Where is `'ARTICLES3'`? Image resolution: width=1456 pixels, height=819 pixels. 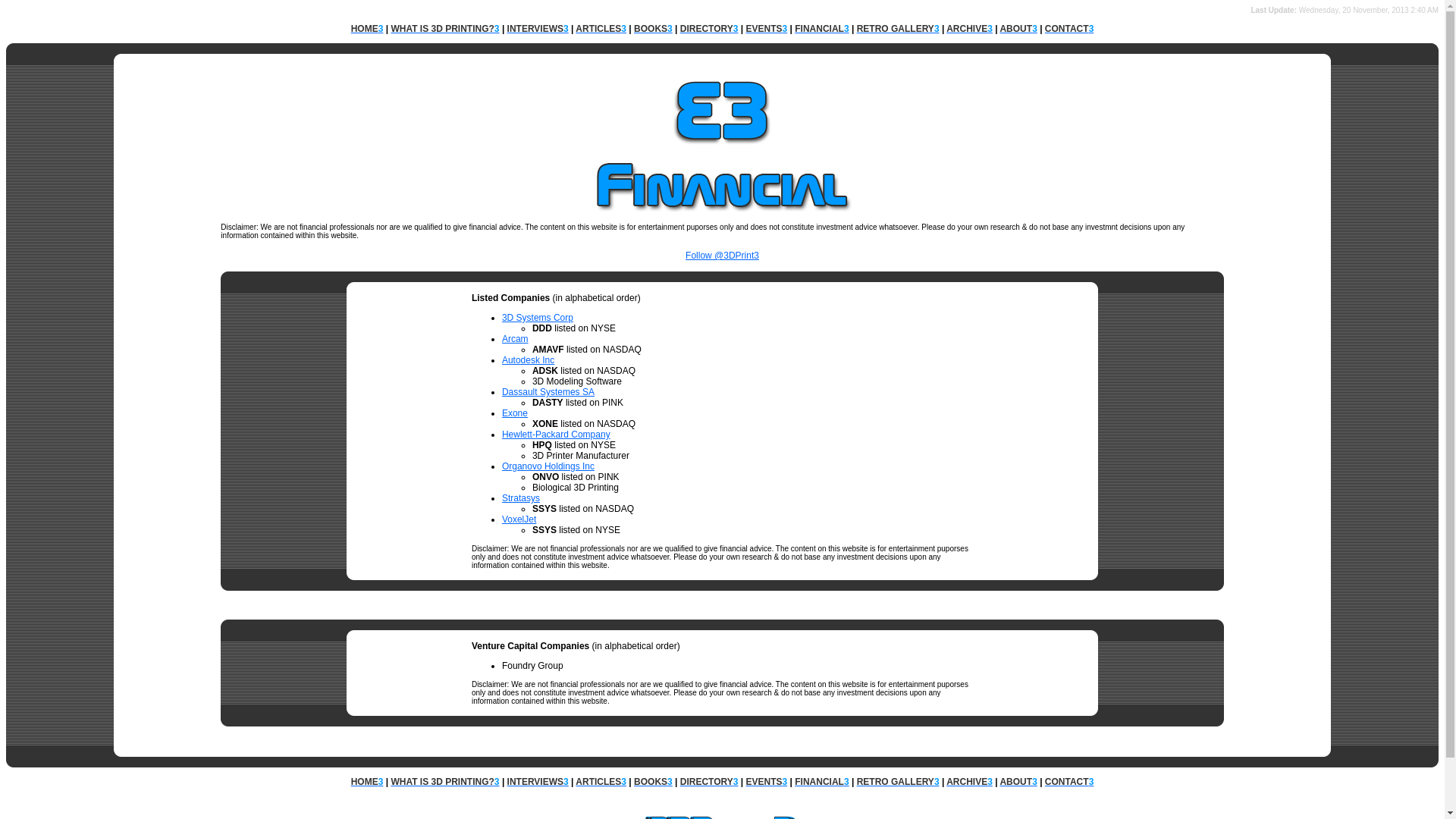
'ARTICLES3' is located at coordinates (574, 781).